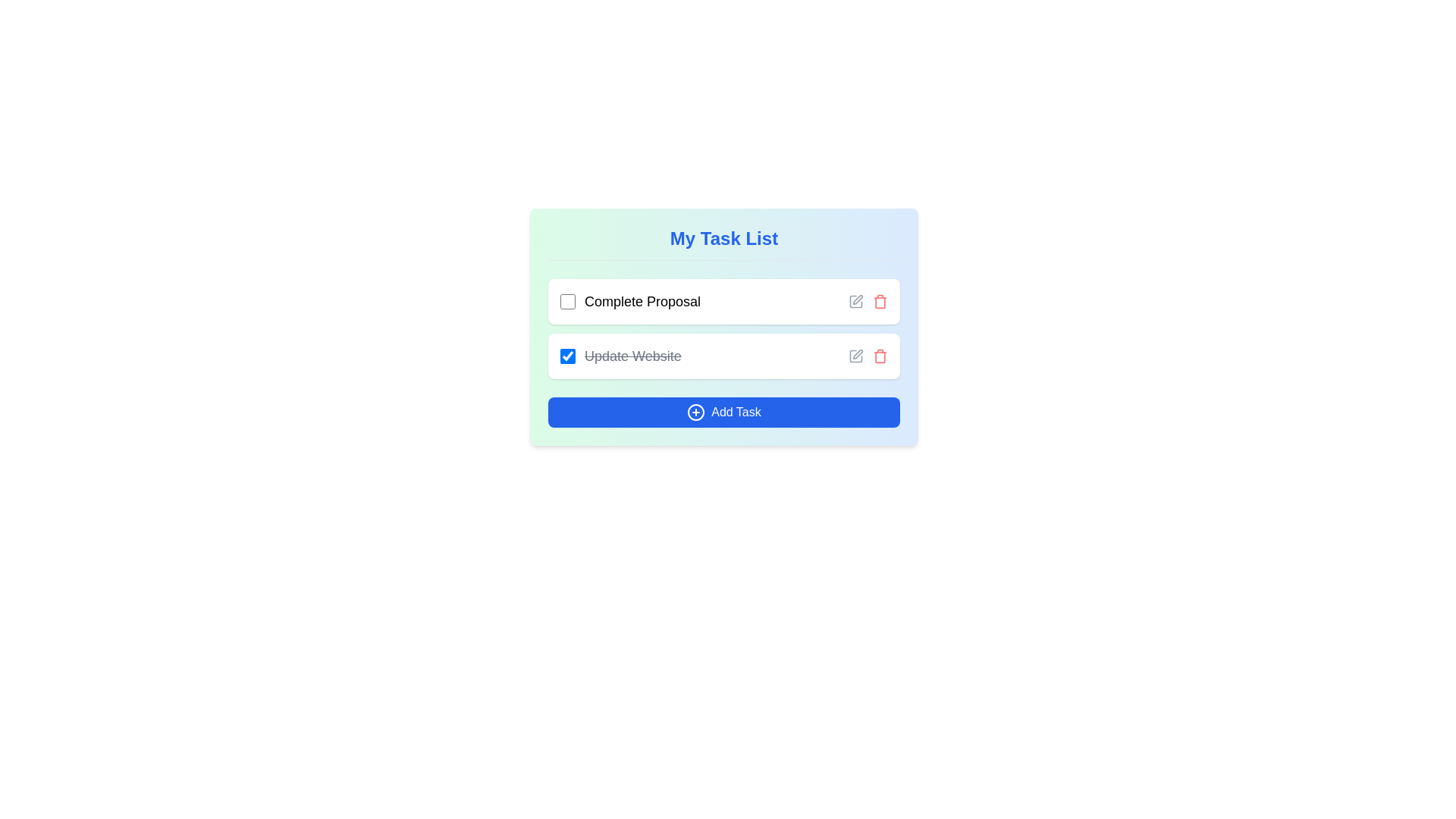 This screenshot has width=1456, height=819. I want to click on the delete button icon for the task item titled 'Update Website' to observe a tooltip or styling change, so click(880, 356).